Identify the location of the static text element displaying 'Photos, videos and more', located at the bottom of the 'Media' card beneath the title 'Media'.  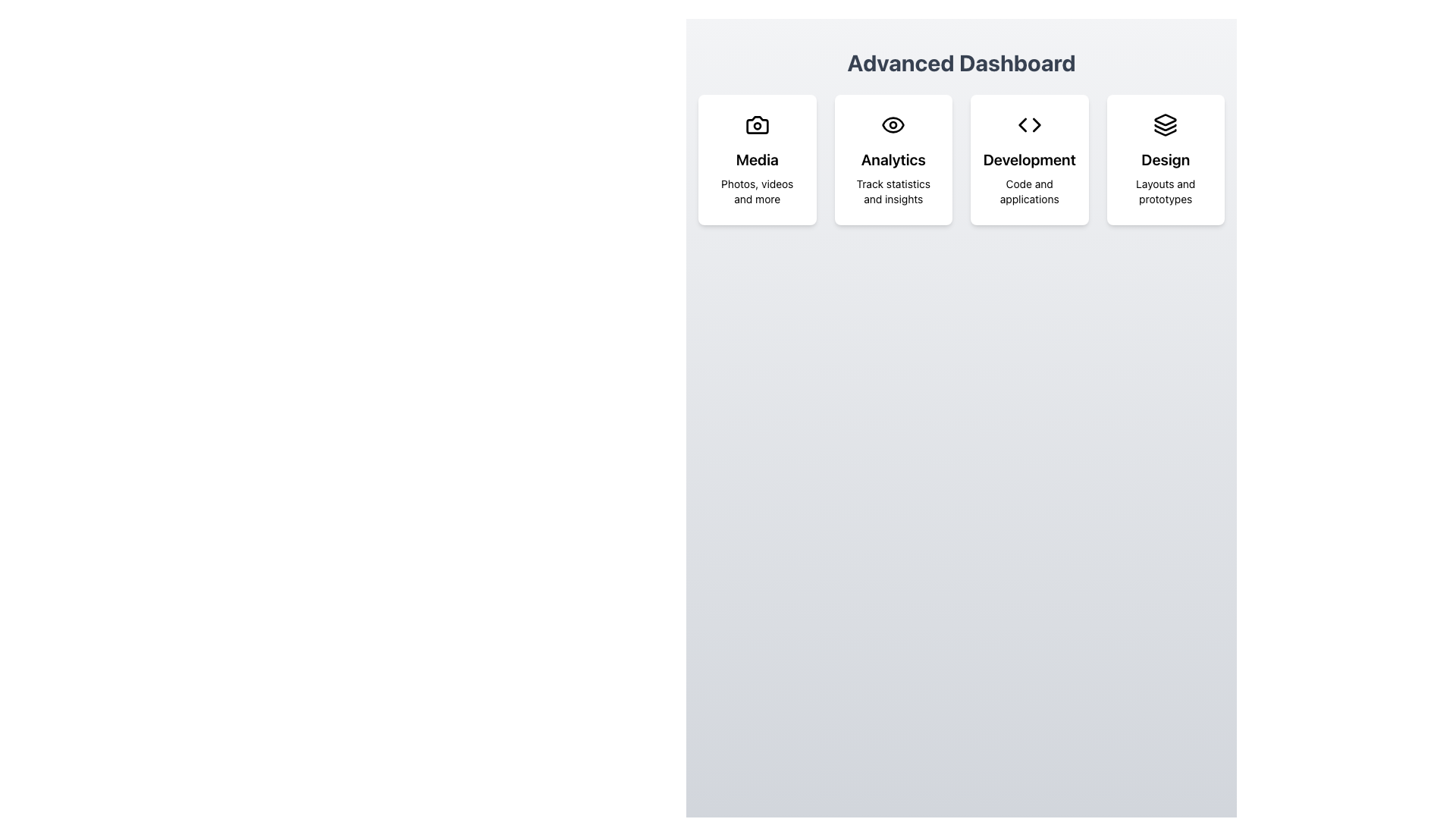
(757, 191).